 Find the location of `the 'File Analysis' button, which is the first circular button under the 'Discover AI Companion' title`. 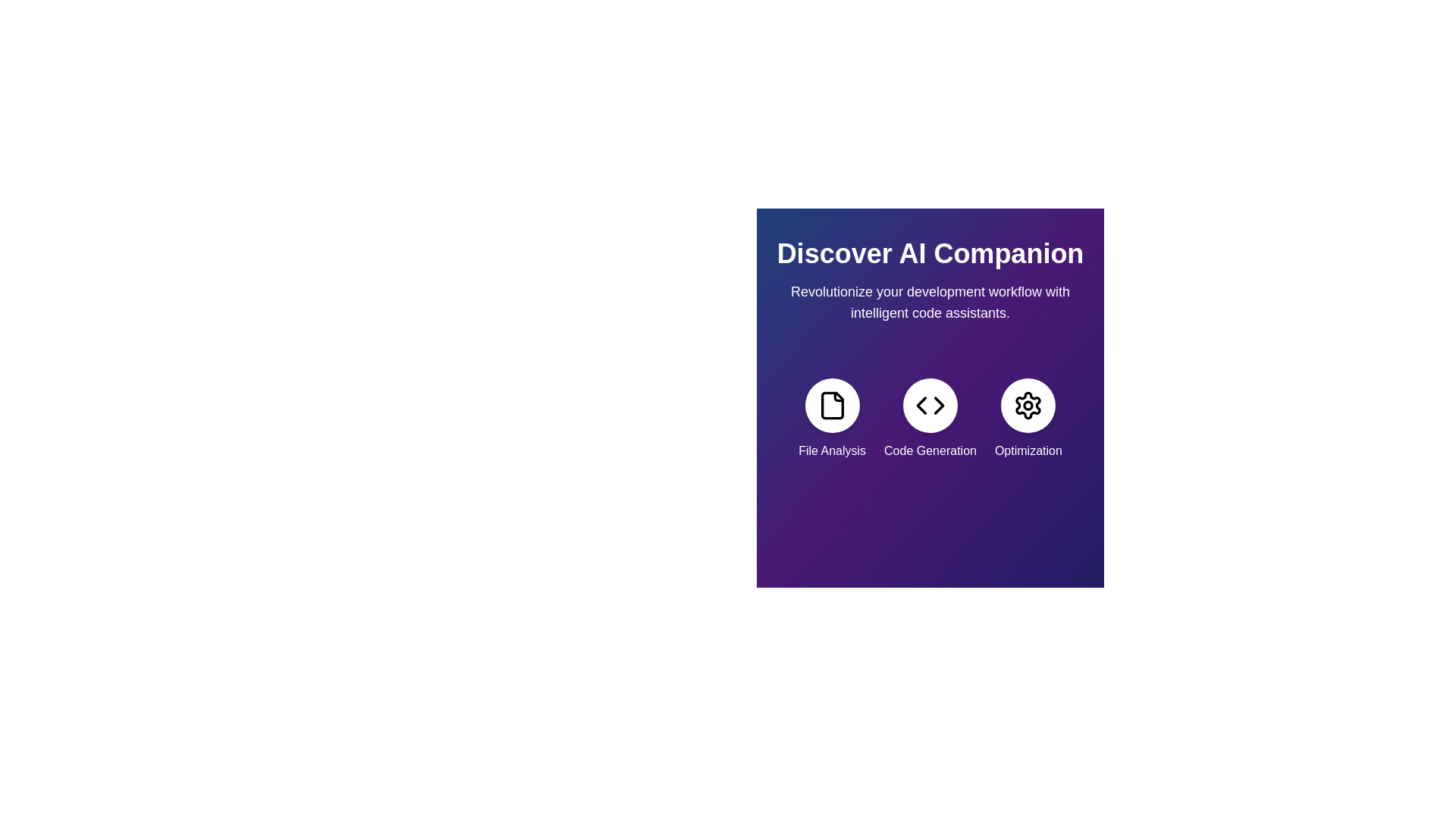

the 'File Analysis' button, which is the first circular button under the 'Discover AI Companion' title is located at coordinates (831, 405).